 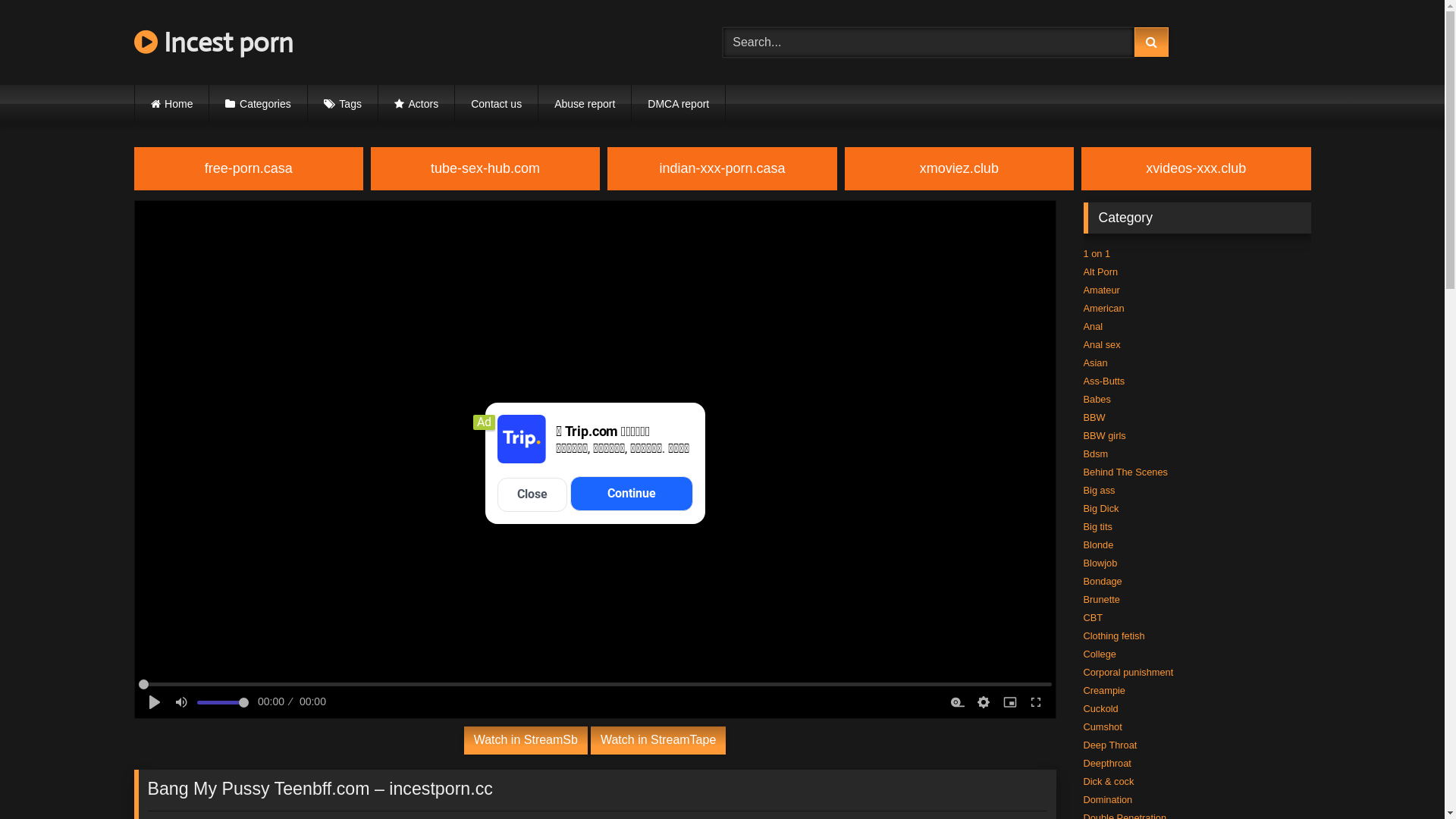 What do you see at coordinates (1082, 799) in the screenshot?
I see `'Domination'` at bounding box center [1082, 799].